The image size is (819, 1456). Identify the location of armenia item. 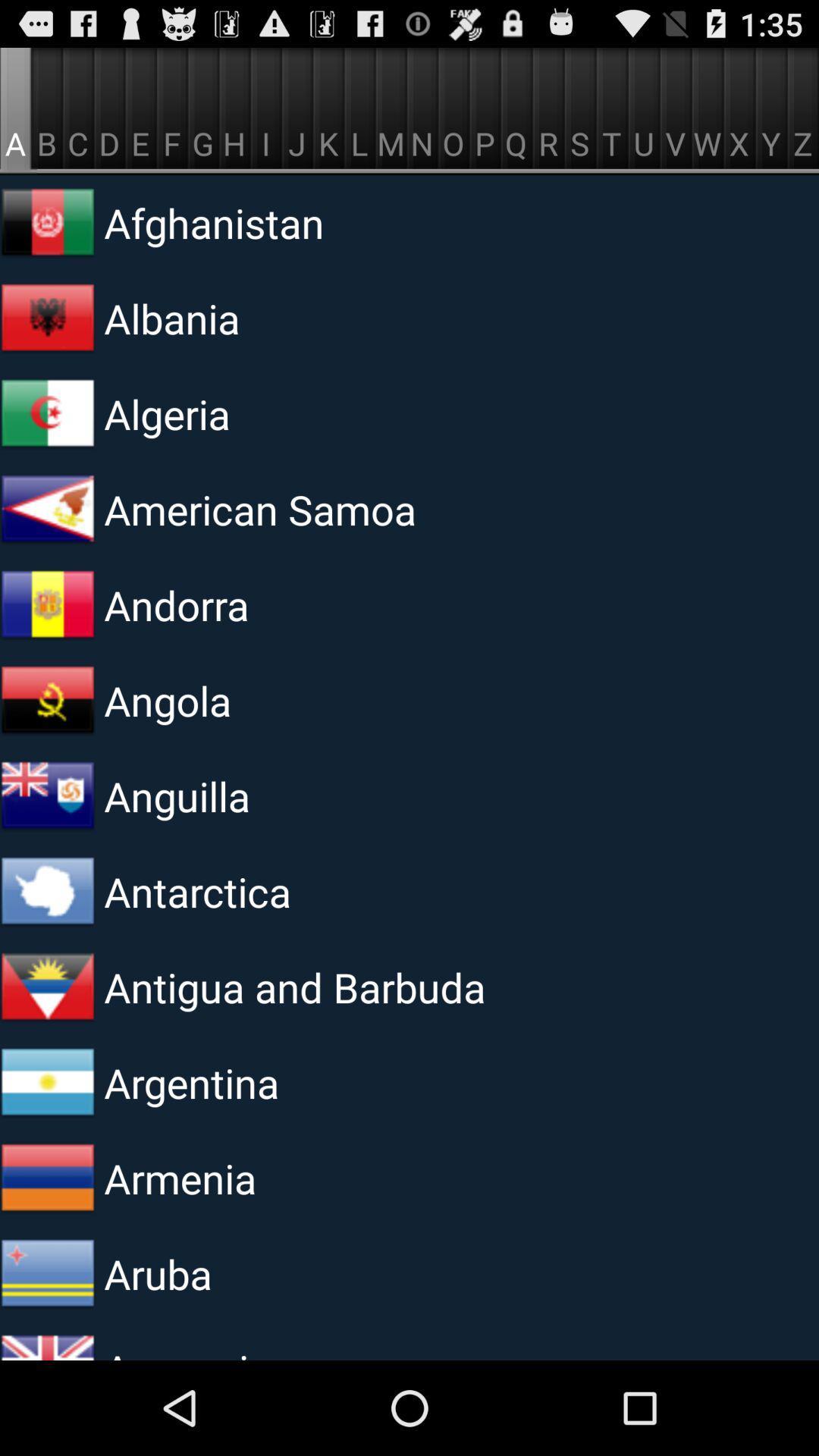
(290, 1177).